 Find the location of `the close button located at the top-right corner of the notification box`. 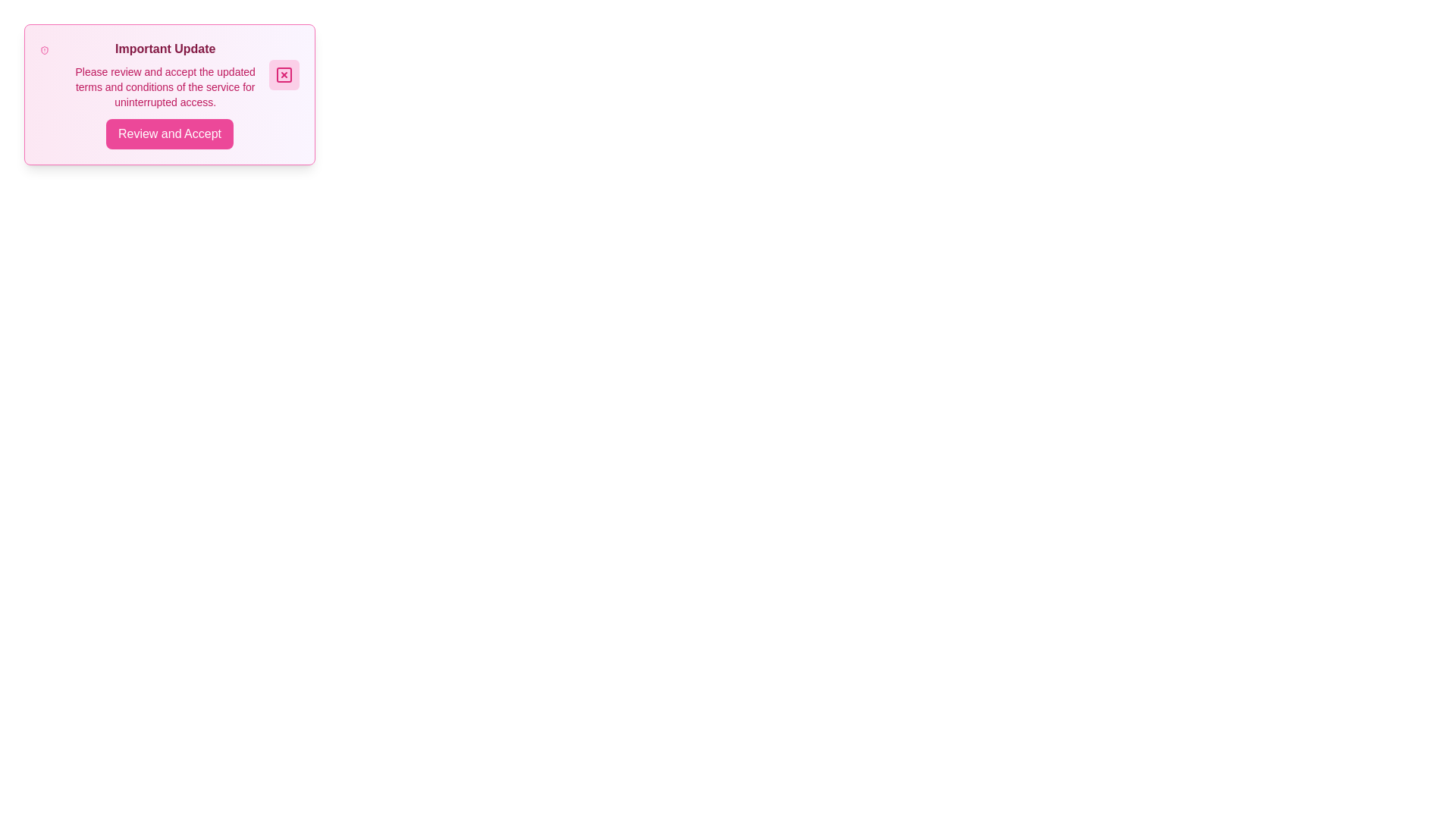

the close button located at the top-right corner of the notification box is located at coordinates (284, 75).